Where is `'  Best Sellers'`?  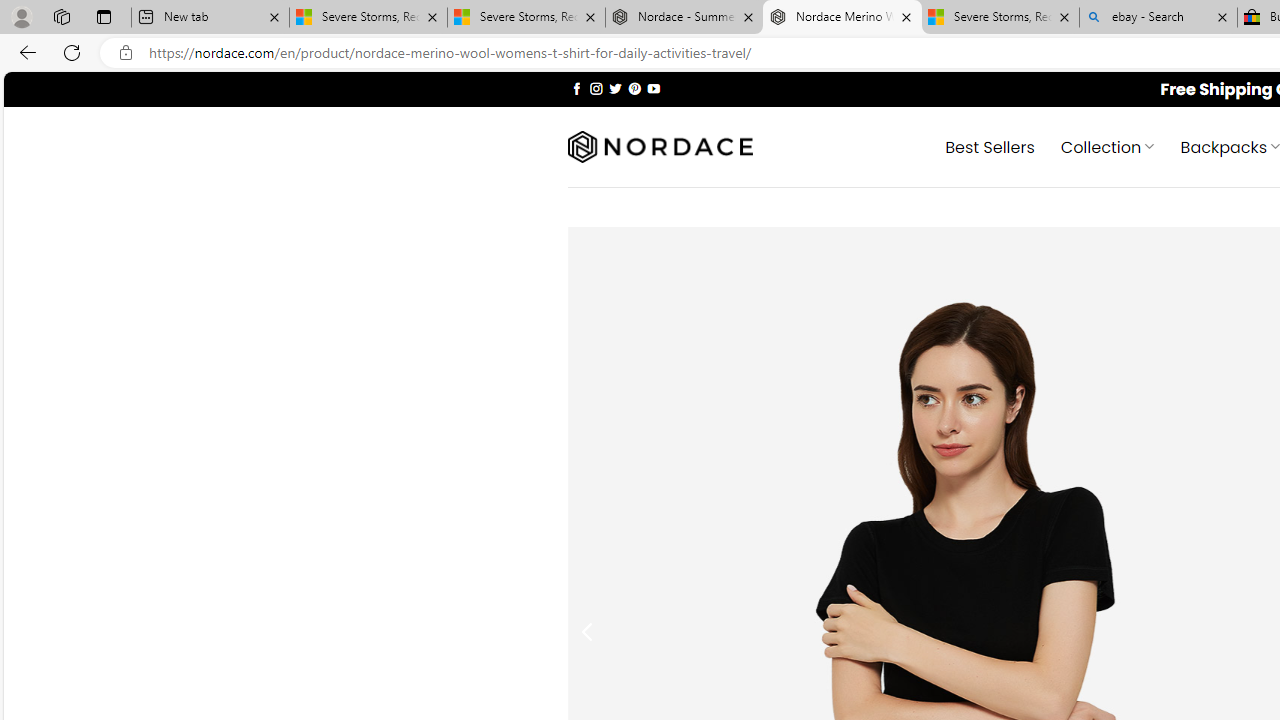
'  Best Sellers' is located at coordinates (990, 145).